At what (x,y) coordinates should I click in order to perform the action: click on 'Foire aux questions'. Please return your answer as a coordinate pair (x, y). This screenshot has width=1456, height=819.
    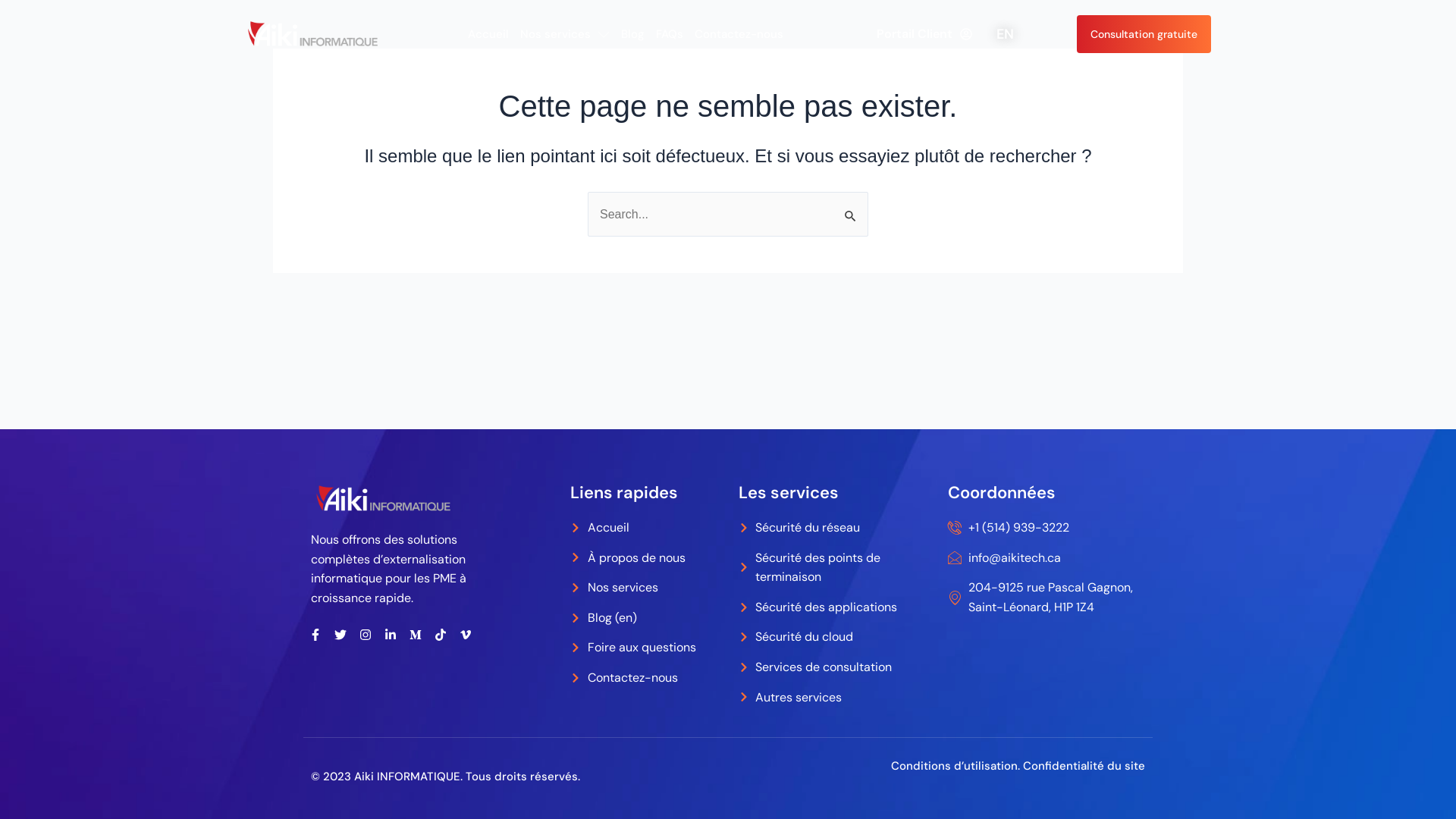
    Looking at the image, I should click on (647, 647).